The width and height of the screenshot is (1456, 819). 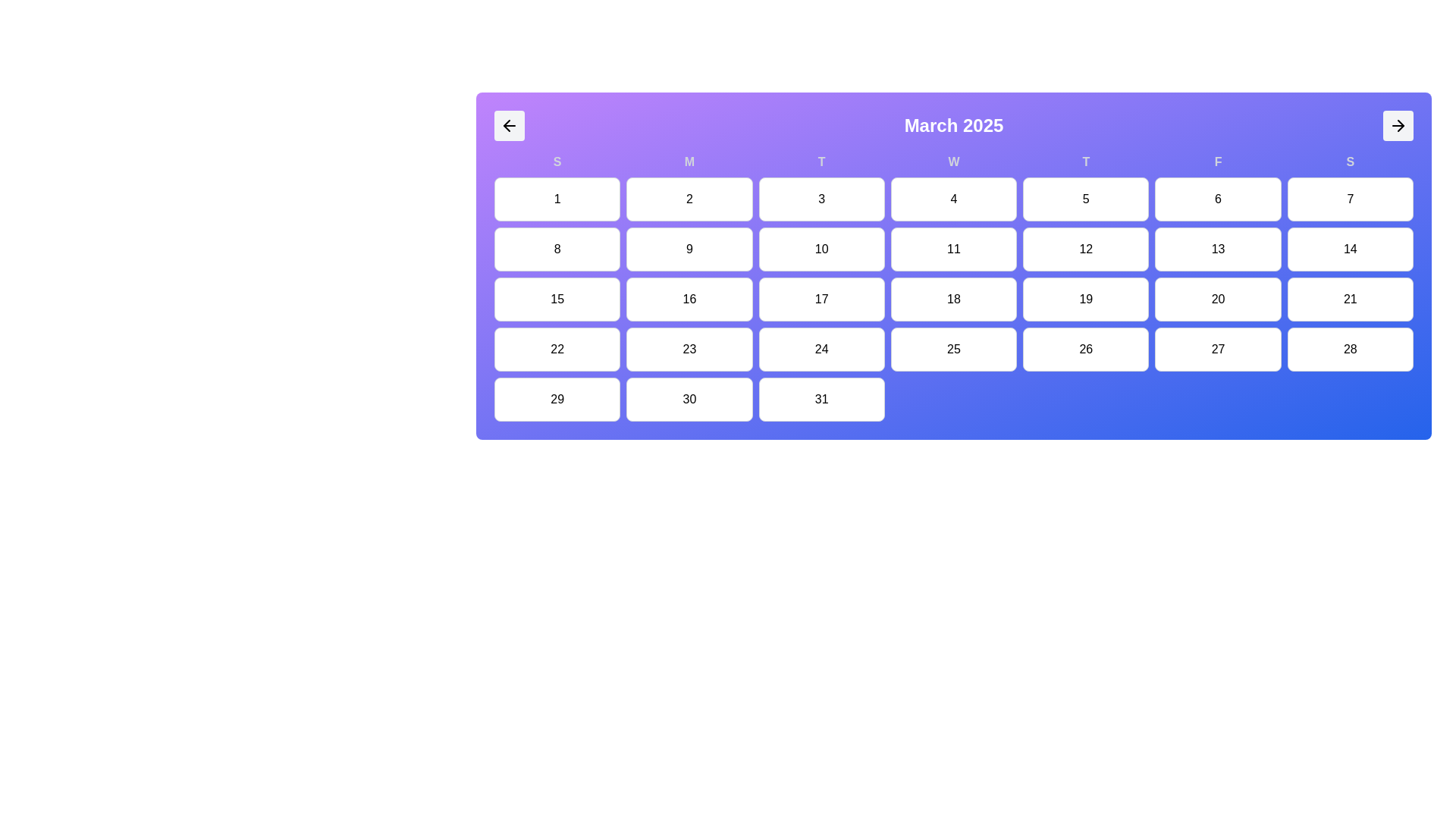 I want to click on on the Calendar day cell displaying the number '30' in the last row and second column of the calendar grid, so click(x=689, y=399).